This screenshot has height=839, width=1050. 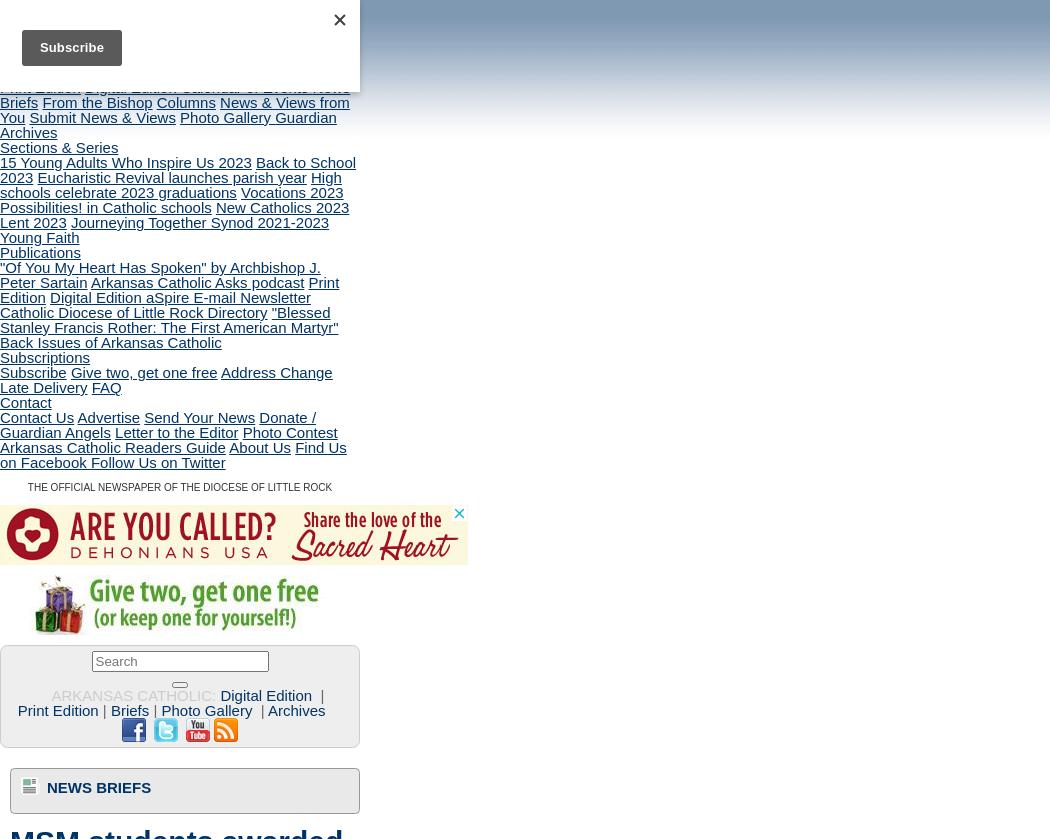 What do you see at coordinates (39, 252) in the screenshot?
I see `'Publications'` at bounding box center [39, 252].